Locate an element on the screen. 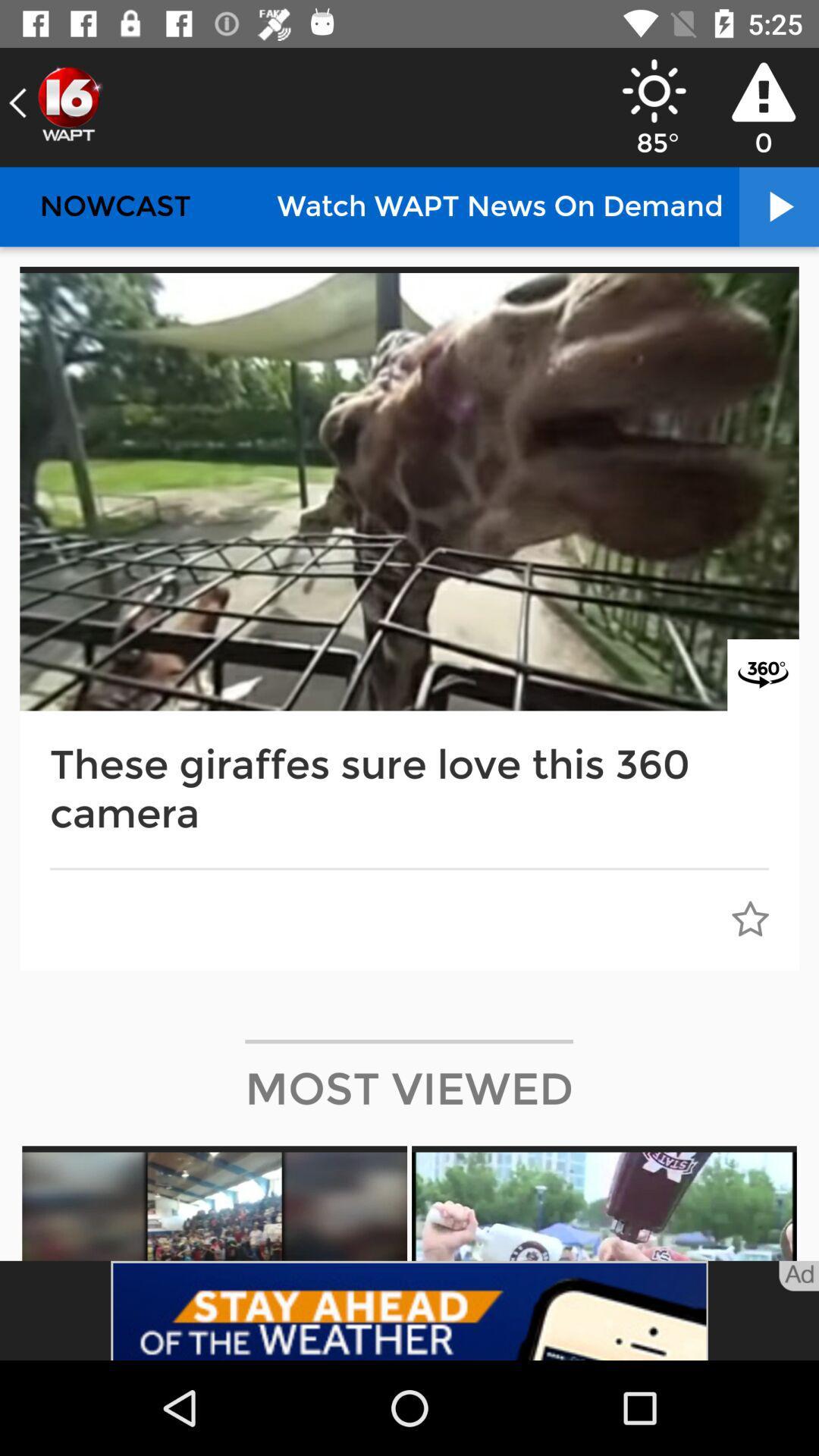  360 view is located at coordinates (763, 674).